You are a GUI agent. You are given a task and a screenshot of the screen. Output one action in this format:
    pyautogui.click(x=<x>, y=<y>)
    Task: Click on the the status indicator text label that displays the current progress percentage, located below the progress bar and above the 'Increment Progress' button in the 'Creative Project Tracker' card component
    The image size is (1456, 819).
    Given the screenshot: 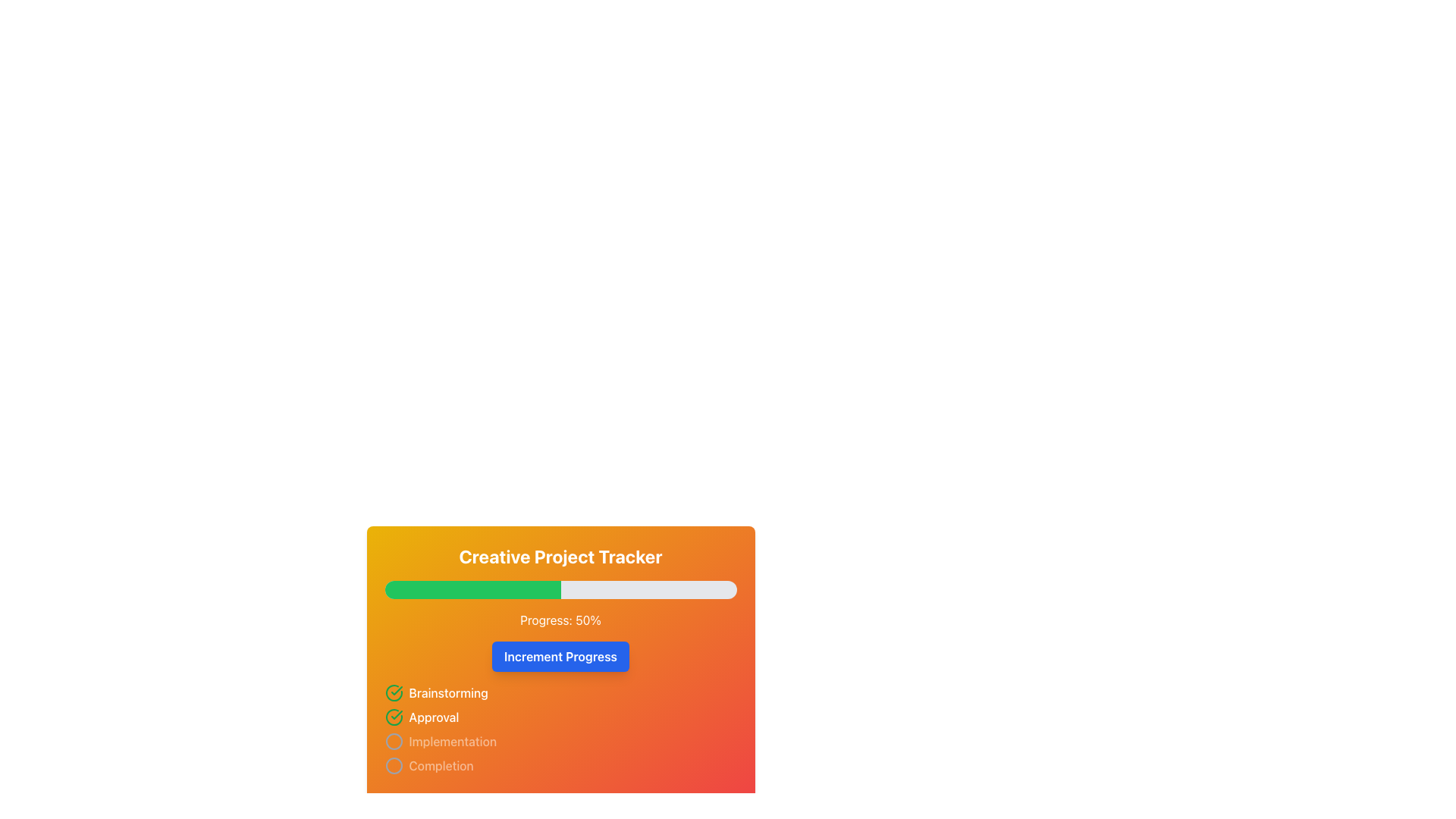 What is the action you would take?
    pyautogui.click(x=560, y=620)
    